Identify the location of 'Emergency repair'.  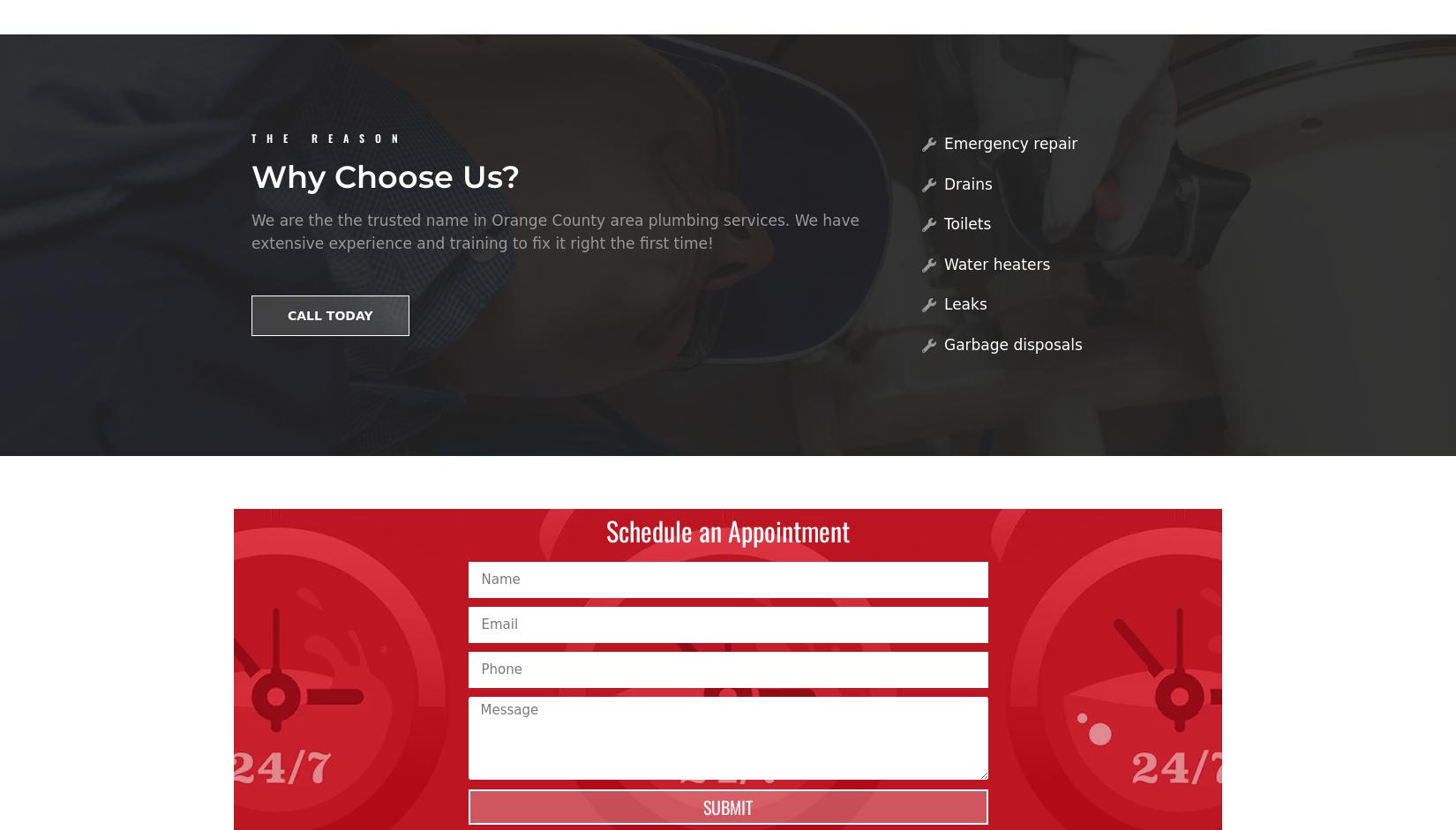
(1009, 142).